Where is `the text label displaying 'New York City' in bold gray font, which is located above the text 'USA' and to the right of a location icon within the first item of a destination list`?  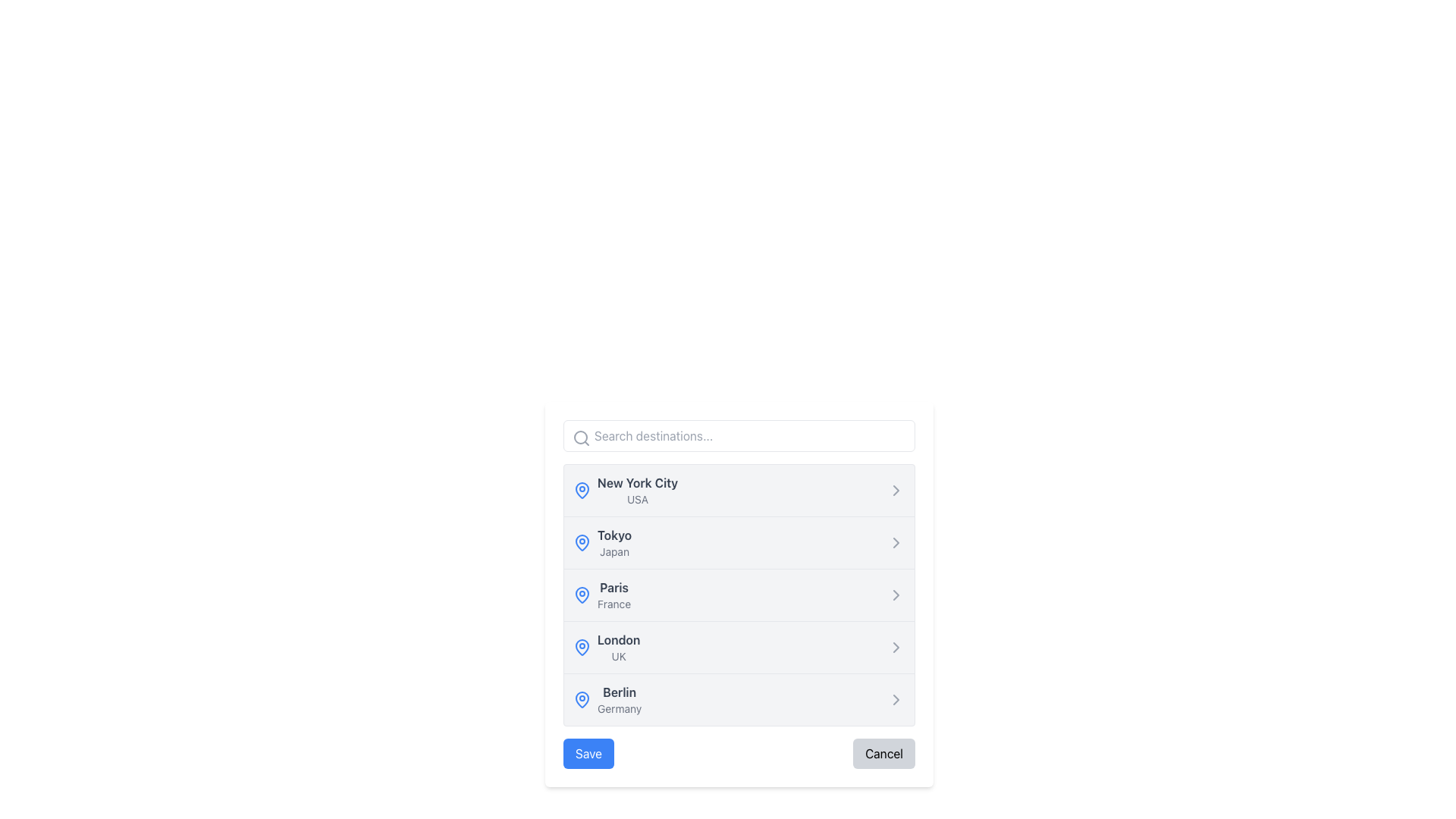
the text label displaying 'New York City' in bold gray font, which is located above the text 'USA' and to the right of a location icon within the first item of a destination list is located at coordinates (638, 482).